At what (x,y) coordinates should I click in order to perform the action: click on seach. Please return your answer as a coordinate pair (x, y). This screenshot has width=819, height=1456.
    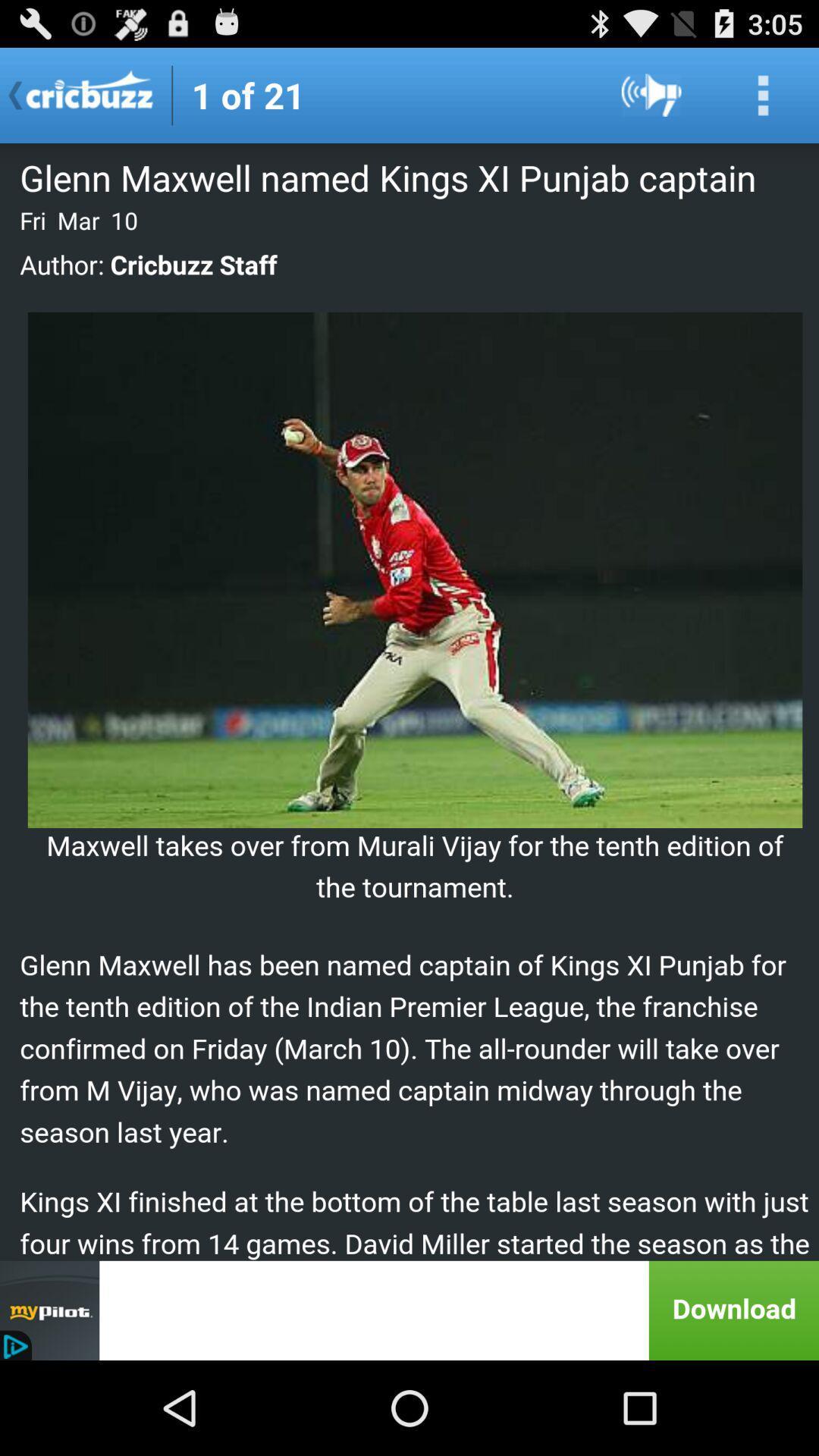
    Looking at the image, I should click on (763, 94).